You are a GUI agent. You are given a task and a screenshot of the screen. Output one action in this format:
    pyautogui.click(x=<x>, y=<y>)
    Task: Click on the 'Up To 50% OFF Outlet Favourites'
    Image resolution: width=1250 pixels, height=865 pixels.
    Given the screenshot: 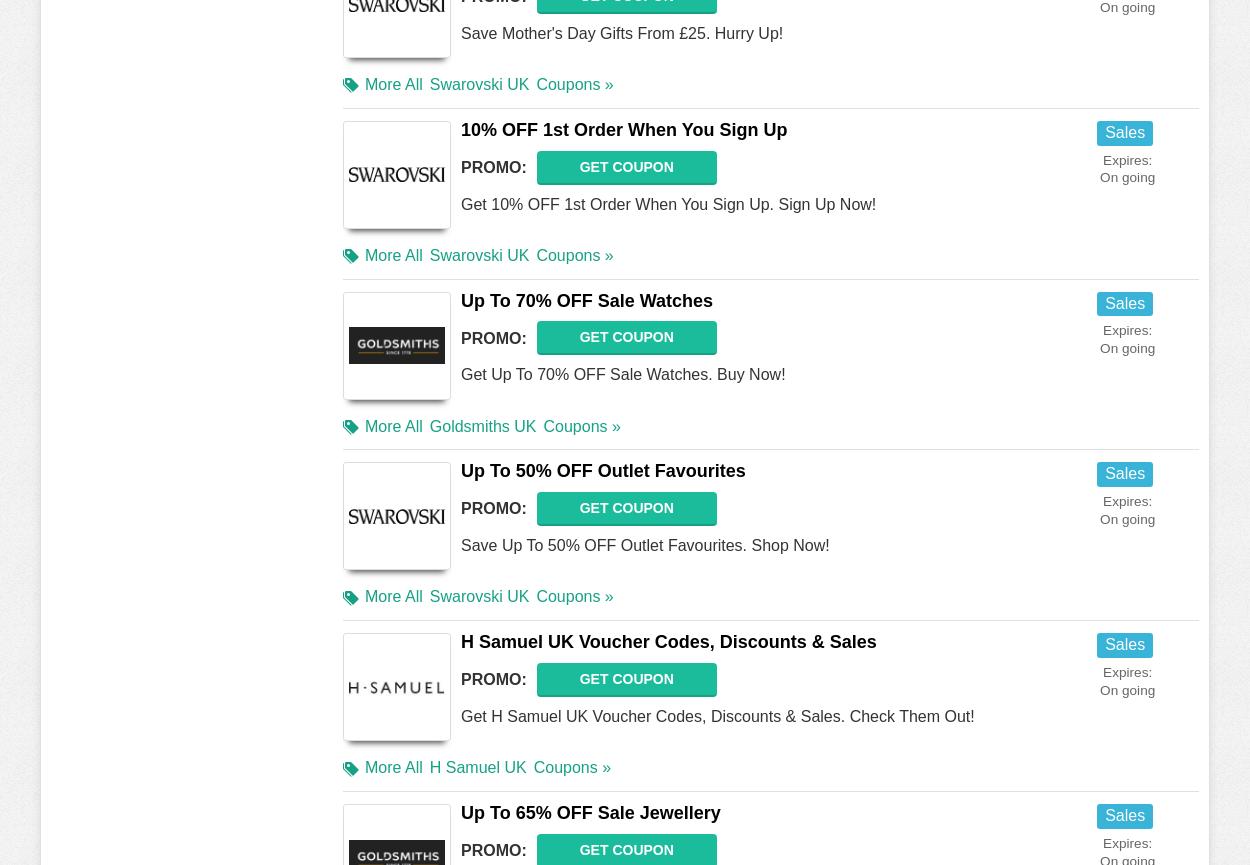 What is the action you would take?
    pyautogui.click(x=460, y=469)
    